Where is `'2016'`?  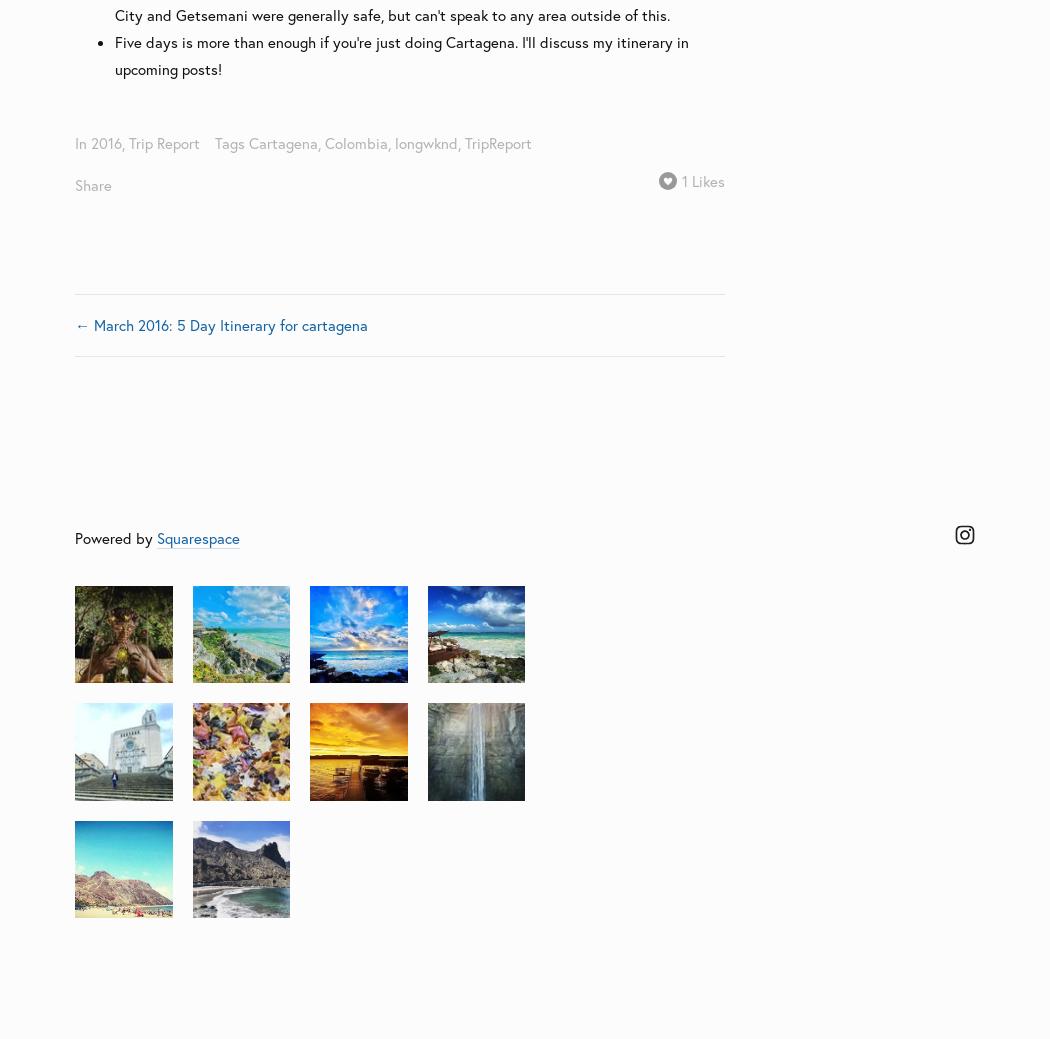
'2016' is located at coordinates (106, 141).